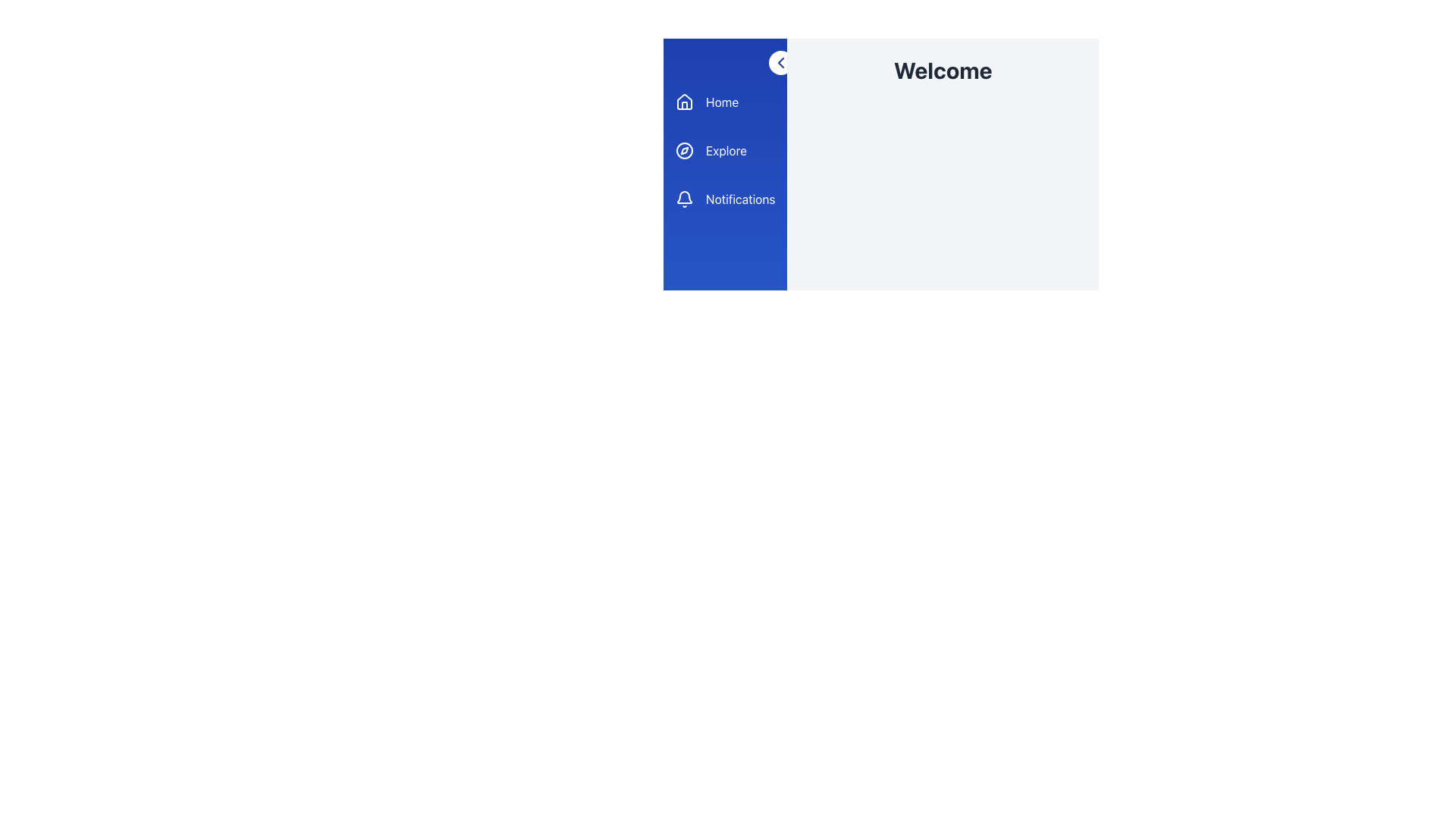 This screenshot has width=1456, height=819. What do you see at coordinates (683, 151) in the screenshot?
I see `the circular SVG element that enhances the compass icon in the navigation menu, located between the 'Home' and 'Notifications' options` at bounding box center [683, 151].